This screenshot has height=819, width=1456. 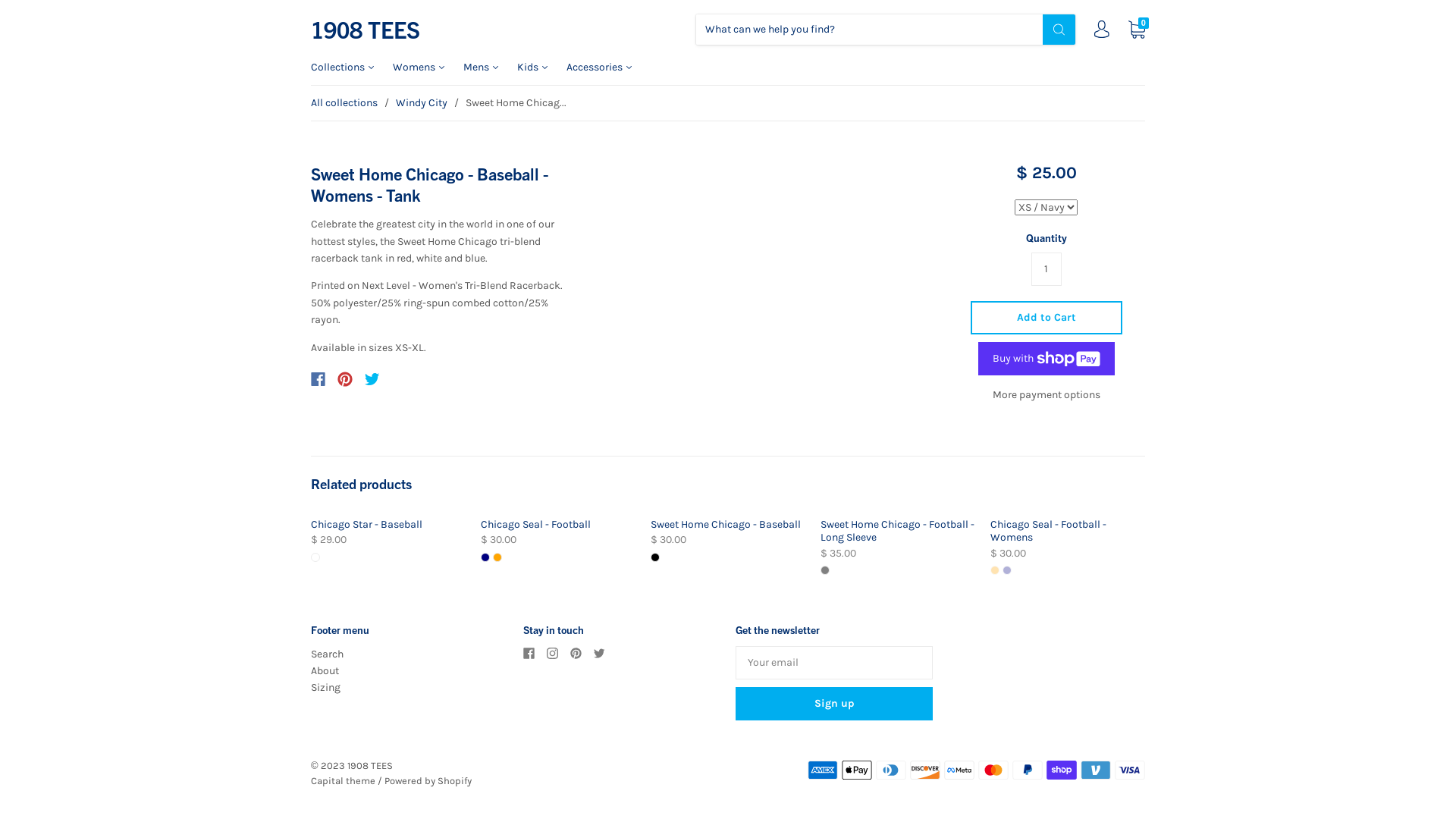 I want to click on 'Chicago Star - Baseball', so click(x=366, y=523).